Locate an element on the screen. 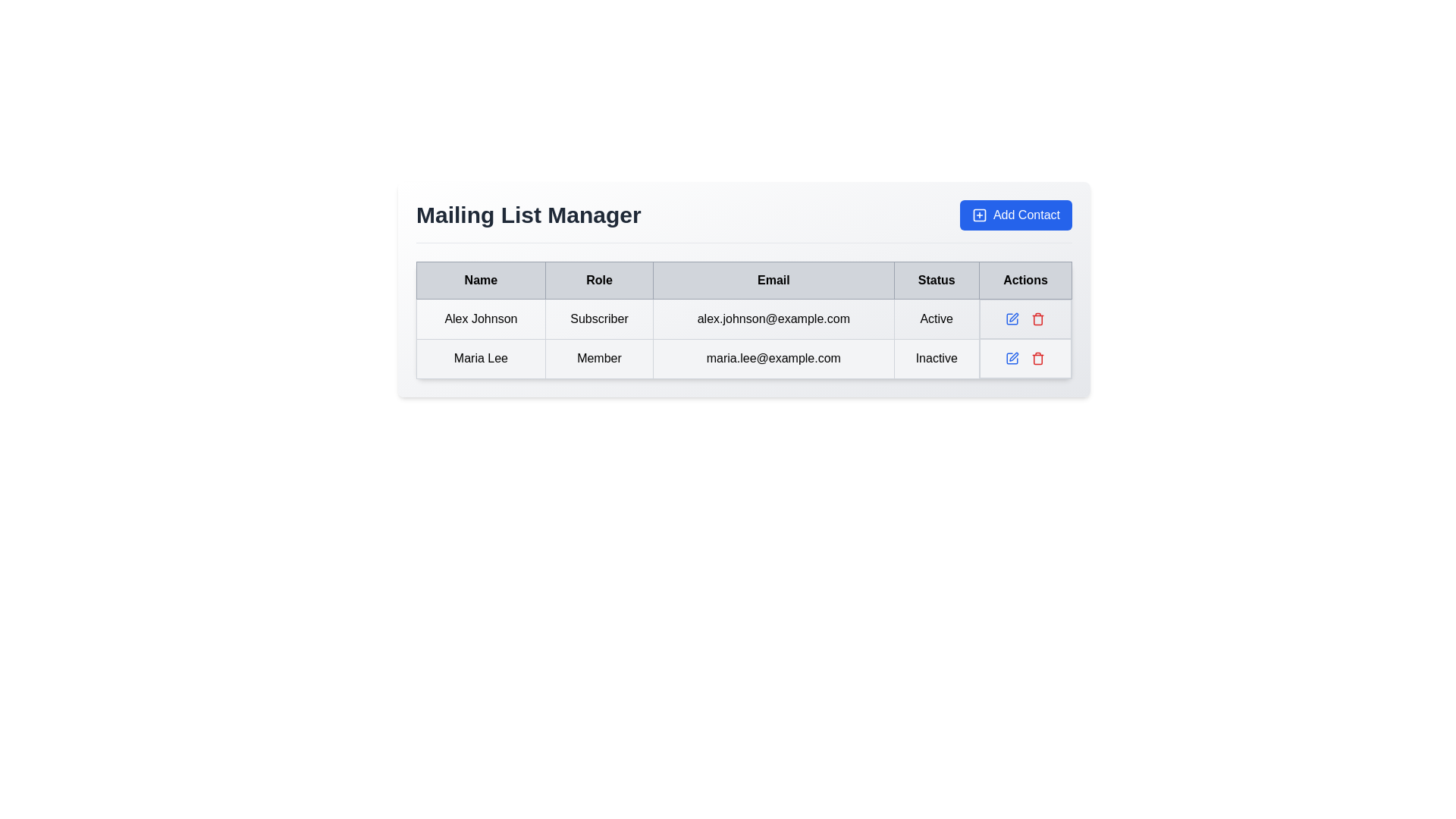 This screenshot has height=819, width=1456. the non-interactive status text cell for user Alex Johnson located in the 'Status' column of the data table in the first row is located at coordinates (936, 318).